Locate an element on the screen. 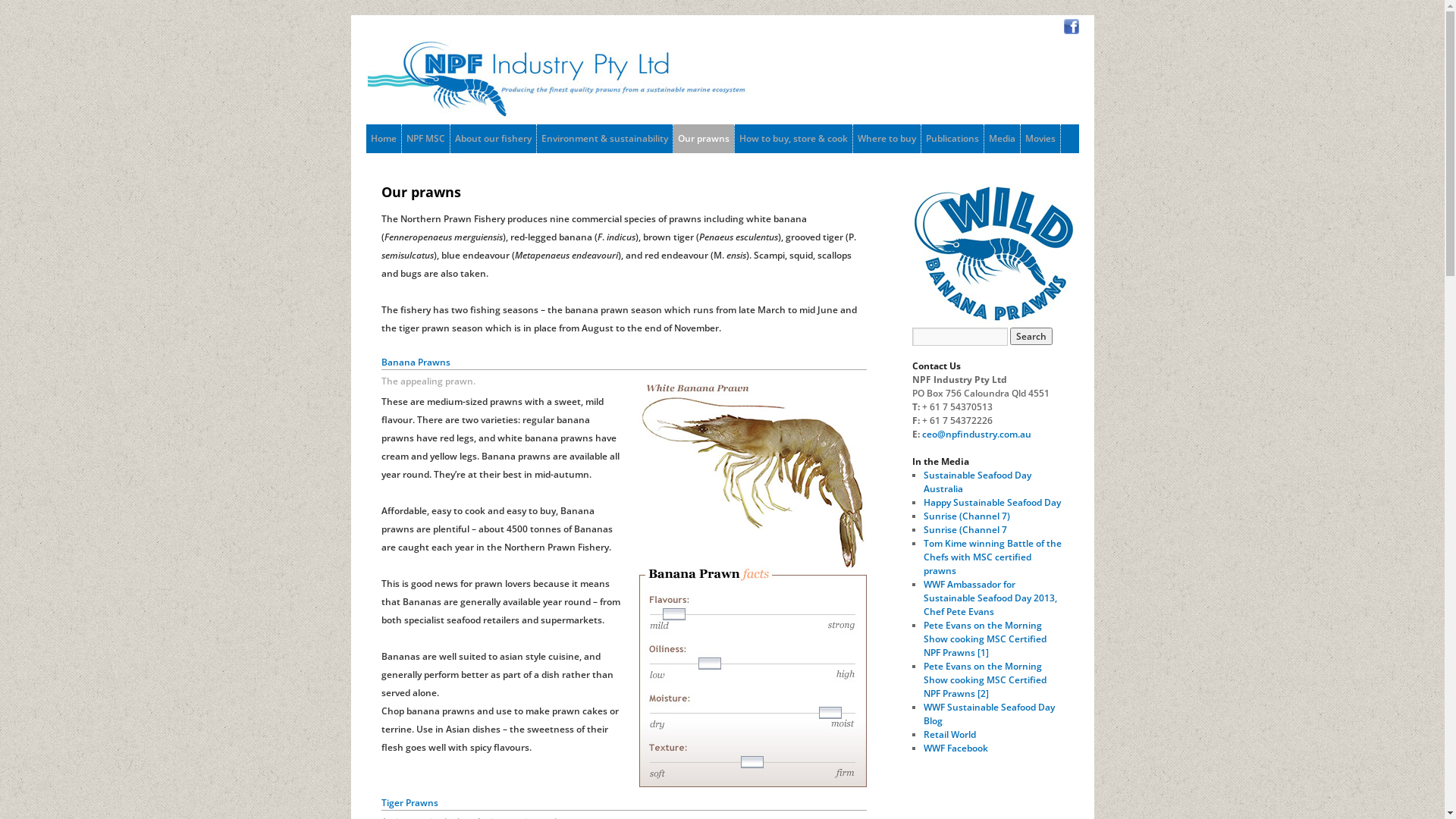 The width and height of the screenshot is (1456, 819). 'Publications' is located at coordinates (920, 138).